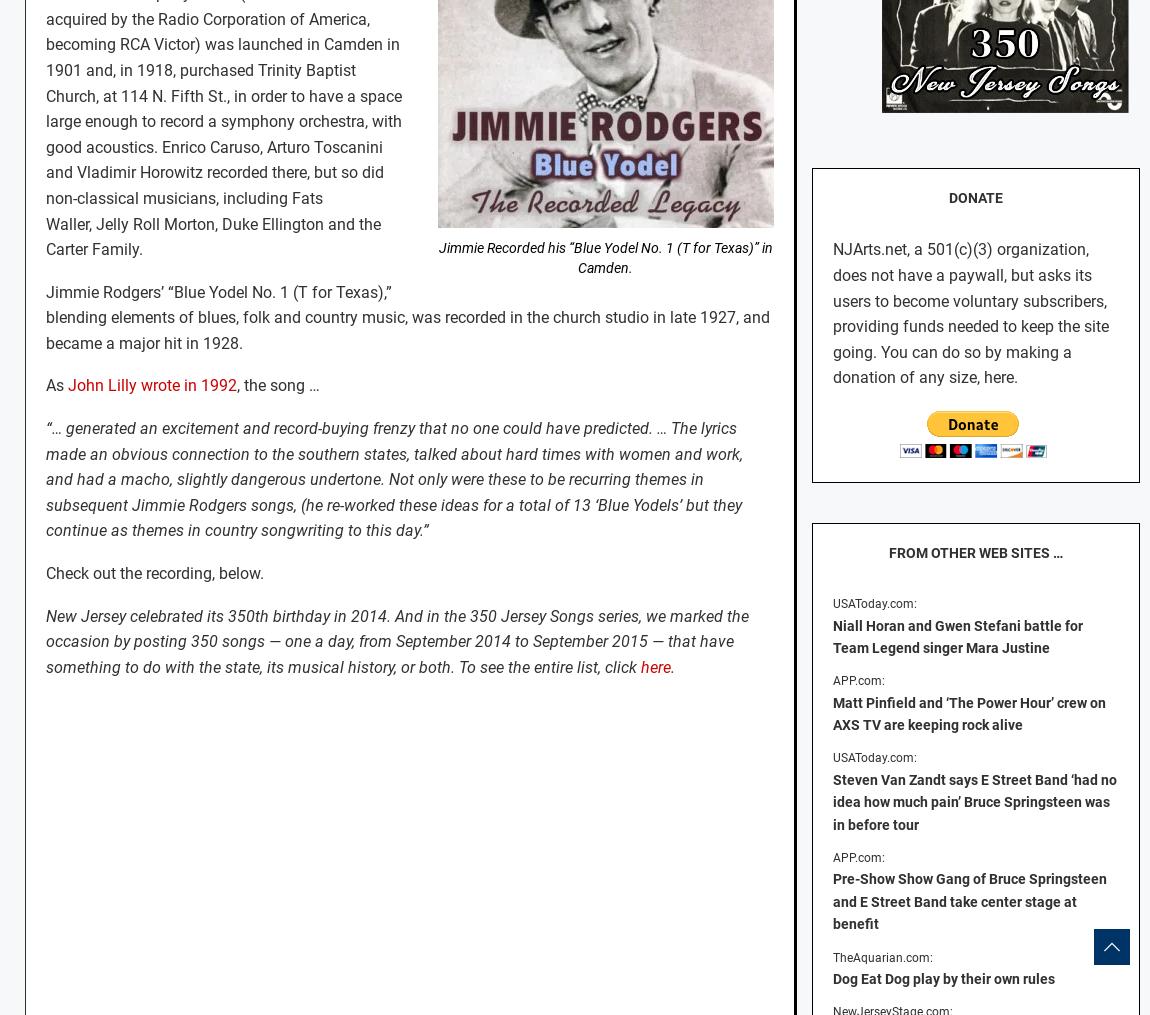 This screenshot has height=1015, width=1150. Describe the element at coordinates (45, 385) in the screenshot. I see `'As'` at that location.